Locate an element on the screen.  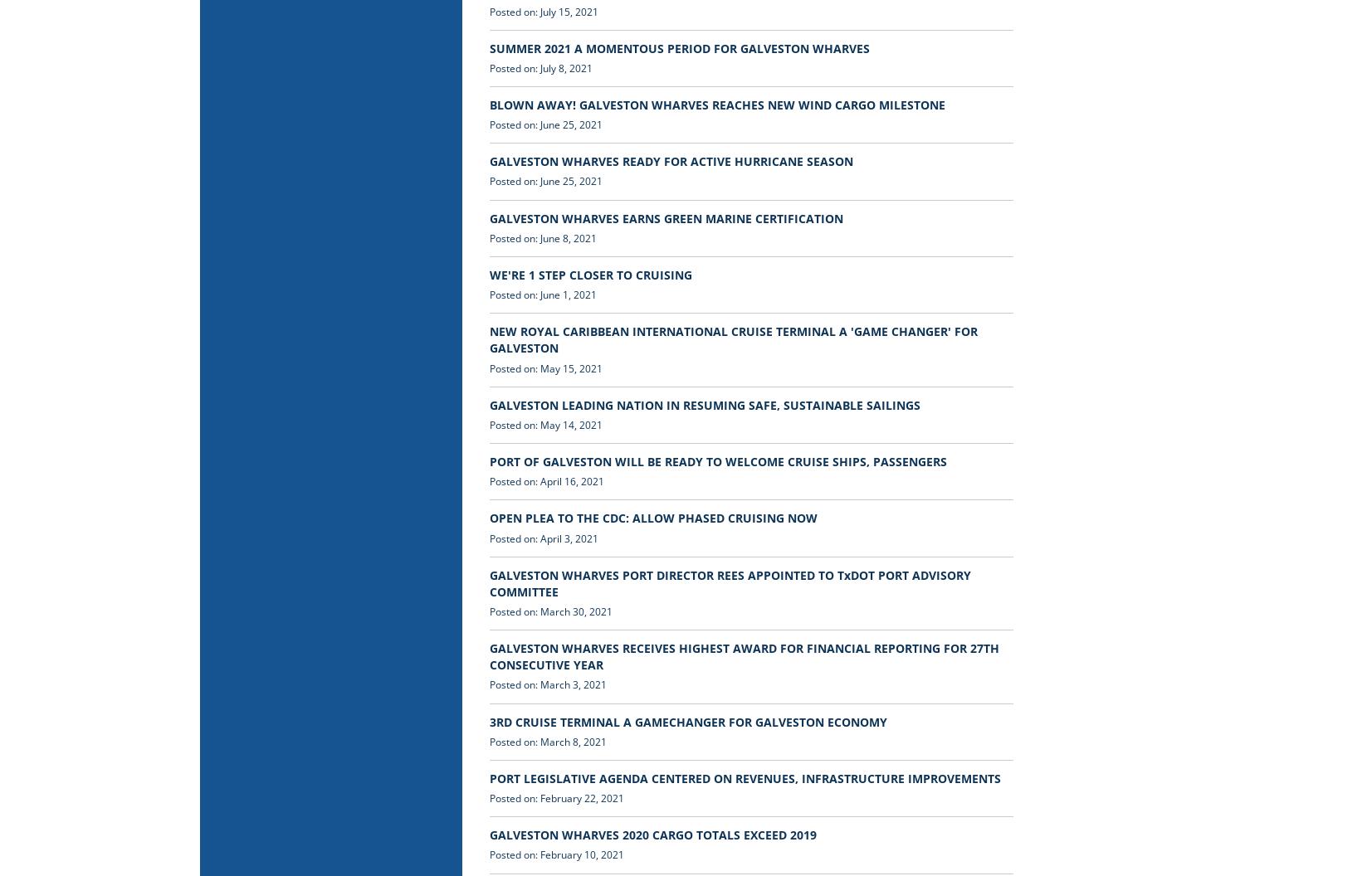
'Posted on: July 15, 2021' is located at coordinates (543, 11).